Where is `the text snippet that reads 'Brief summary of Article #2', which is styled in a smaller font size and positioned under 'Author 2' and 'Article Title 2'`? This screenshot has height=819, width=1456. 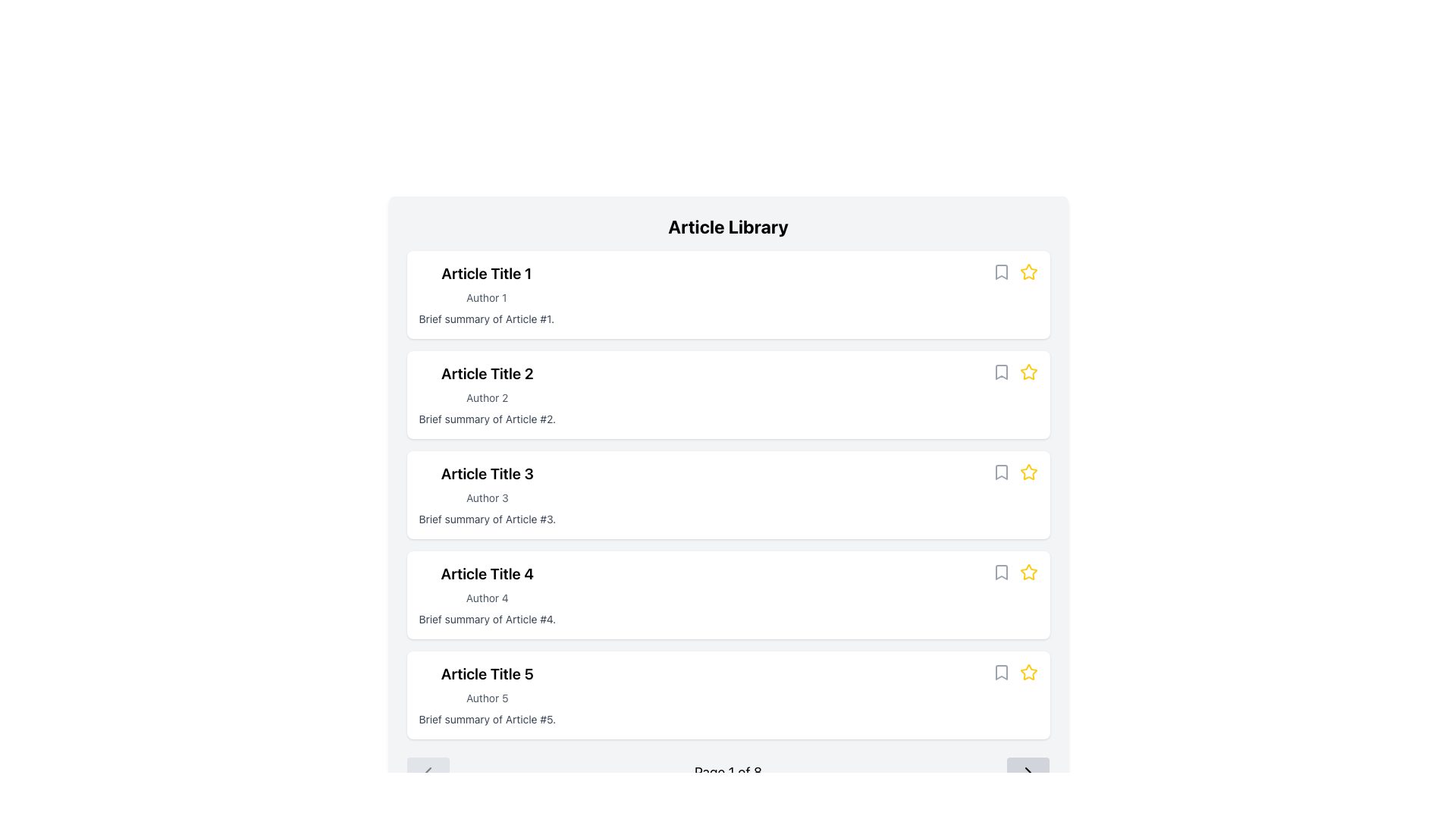 the text snippet that reads 'Brief summary of Article #2', which is styled in a smaller font size and positioned under 'Author 2' and 'Article Title 2' is located at coordinates (487, 419).